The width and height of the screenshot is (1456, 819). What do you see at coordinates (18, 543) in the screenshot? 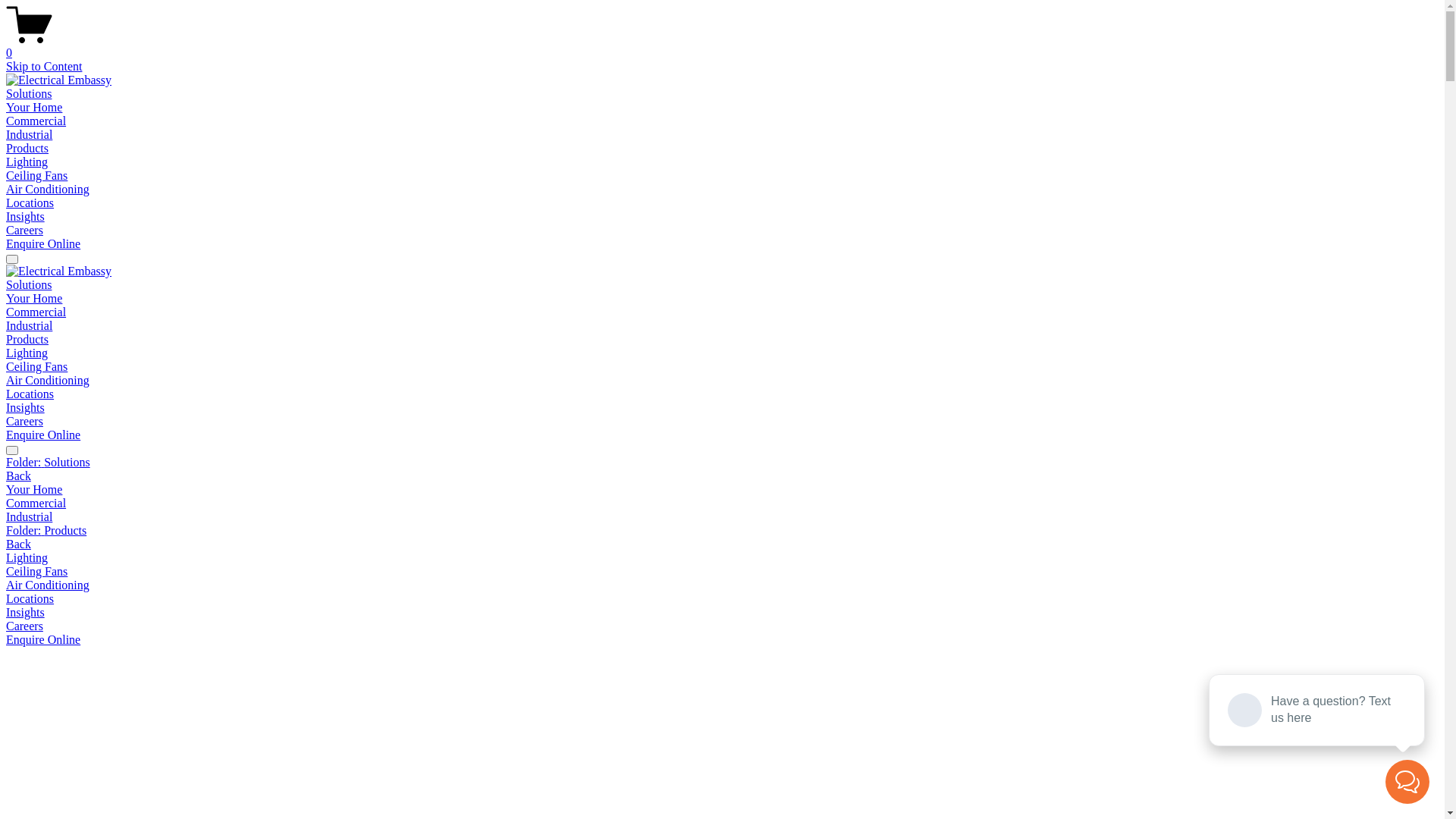
I see `'Back'` at bounding box center [18, 543].